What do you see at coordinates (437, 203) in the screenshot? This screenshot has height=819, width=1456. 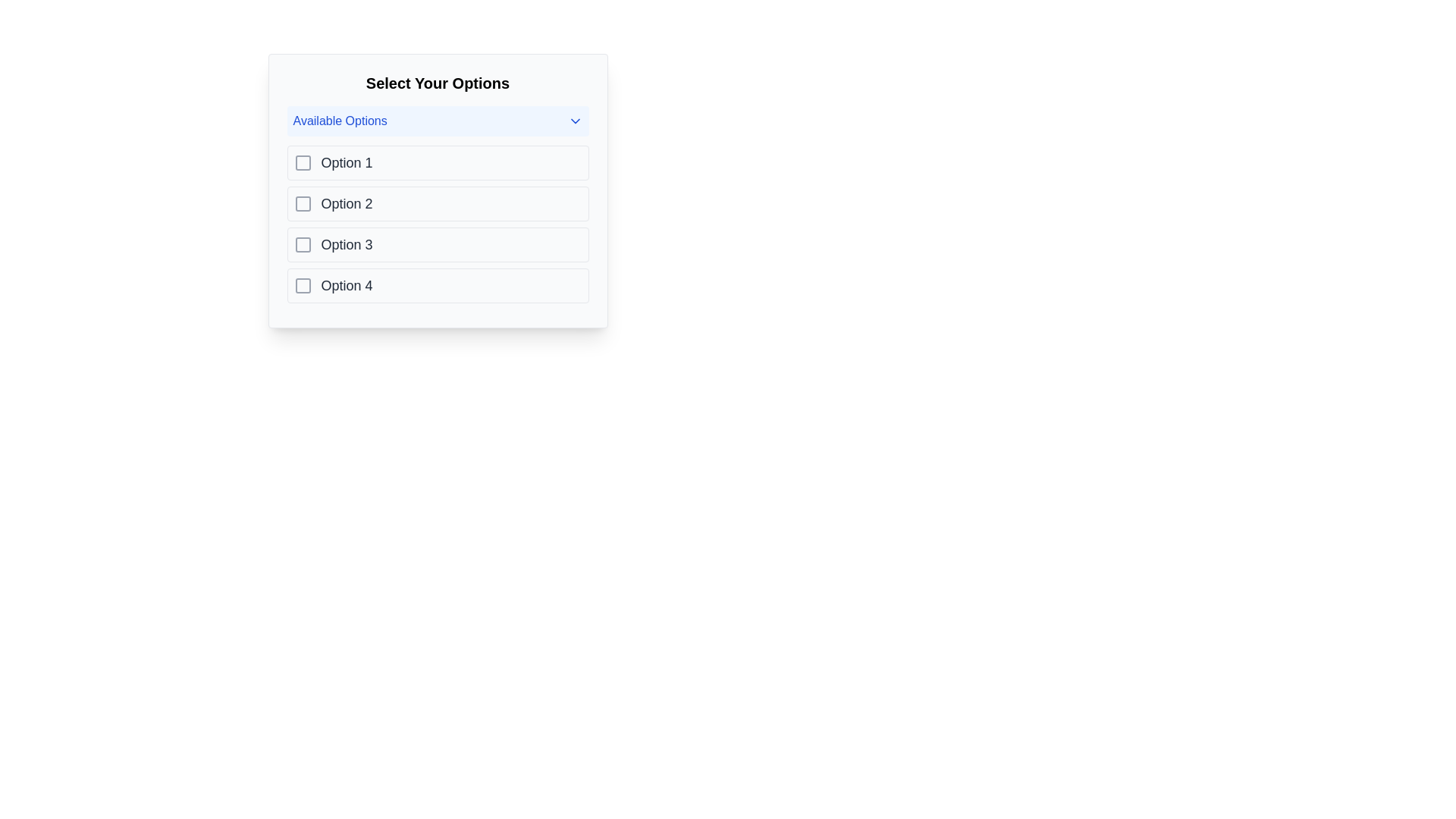 I see `the checkbox labeled 'Option 2'` at bounding box center [437, 203].